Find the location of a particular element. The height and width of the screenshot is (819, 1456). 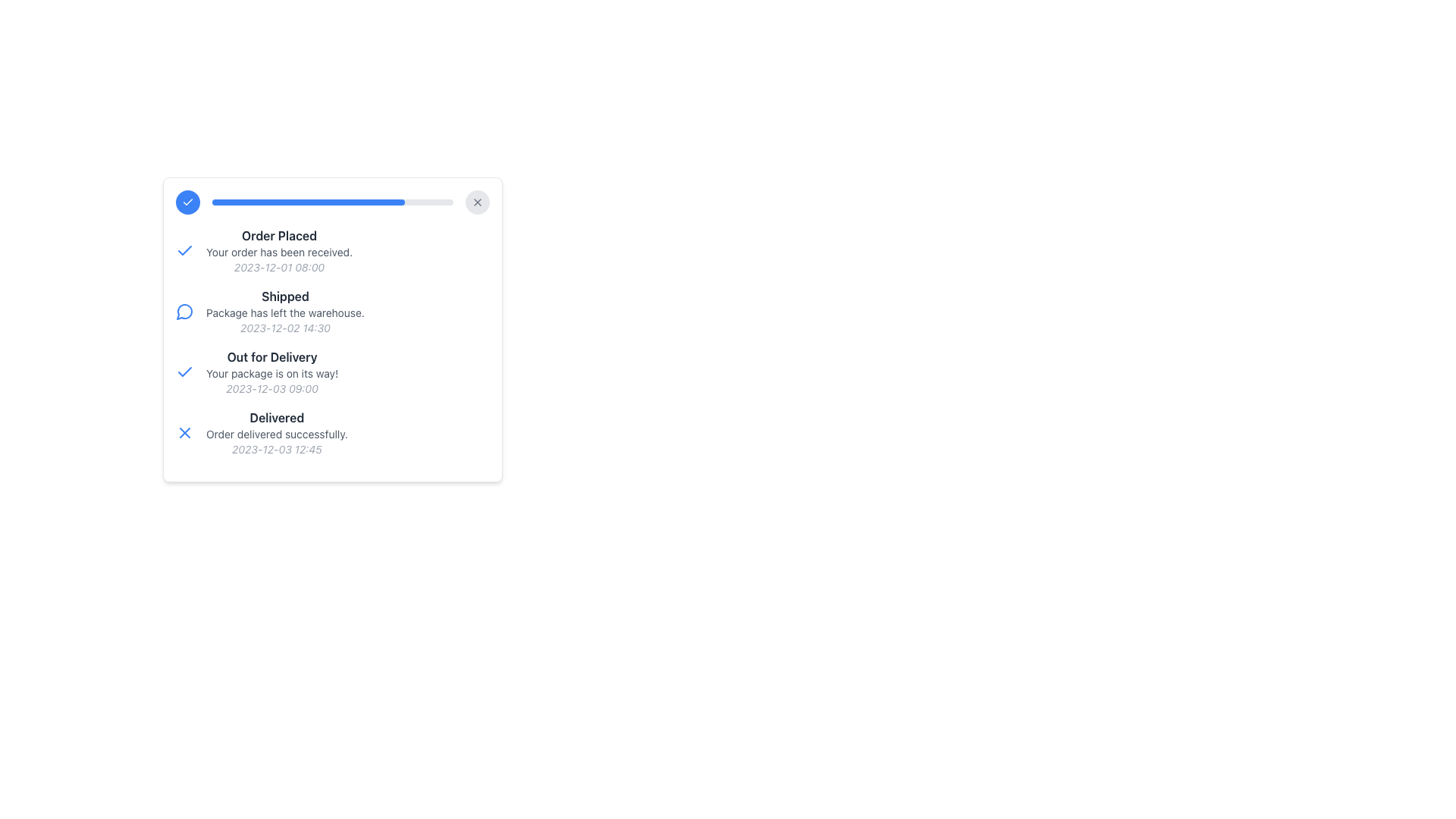

the circular button with a light gray background and 'X' icon located at the top-right corner of the status panel is located at coordinates (476, 201).